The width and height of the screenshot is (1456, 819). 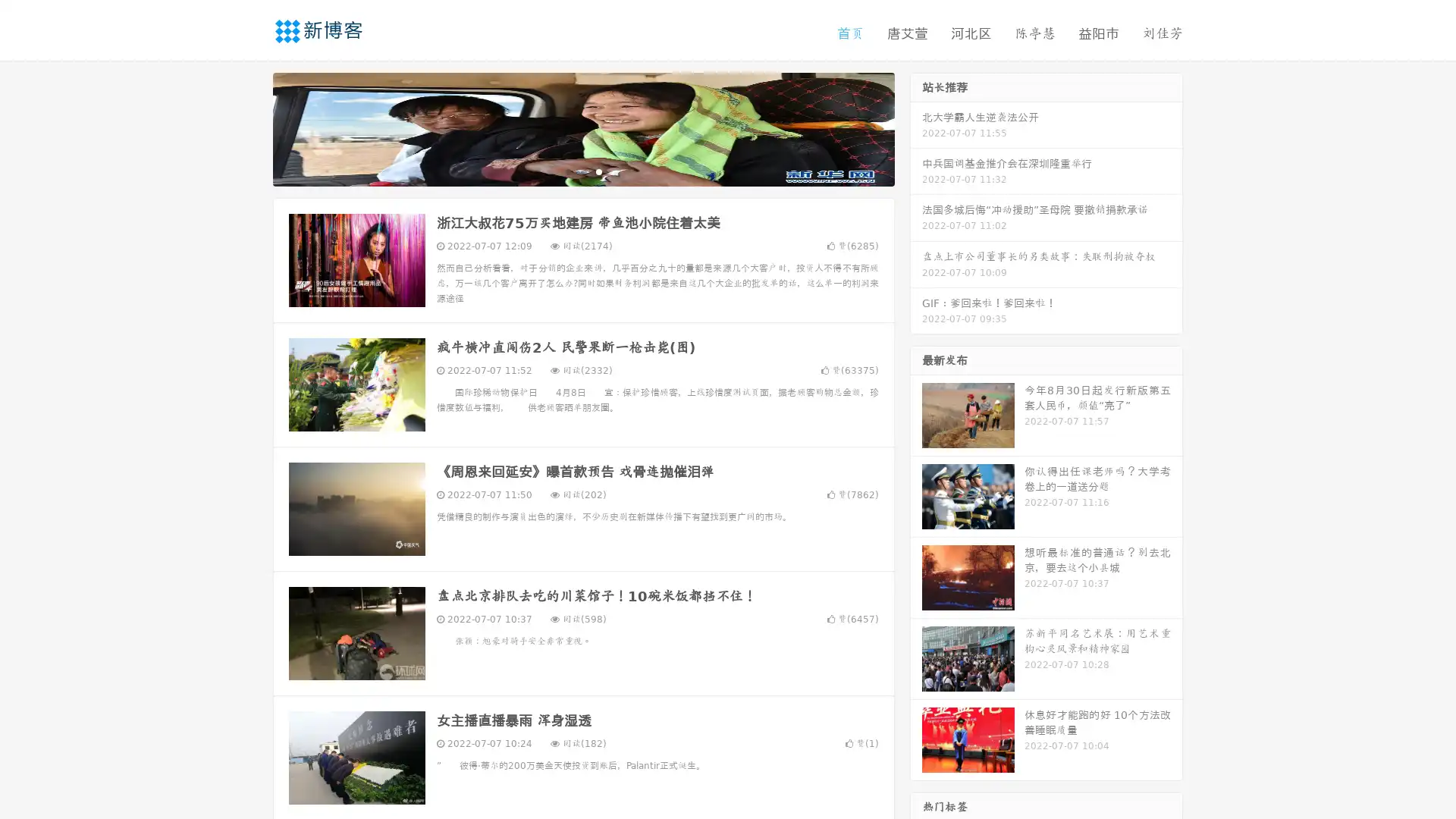 I want to click on Next slide, so click(x=916, y=127).